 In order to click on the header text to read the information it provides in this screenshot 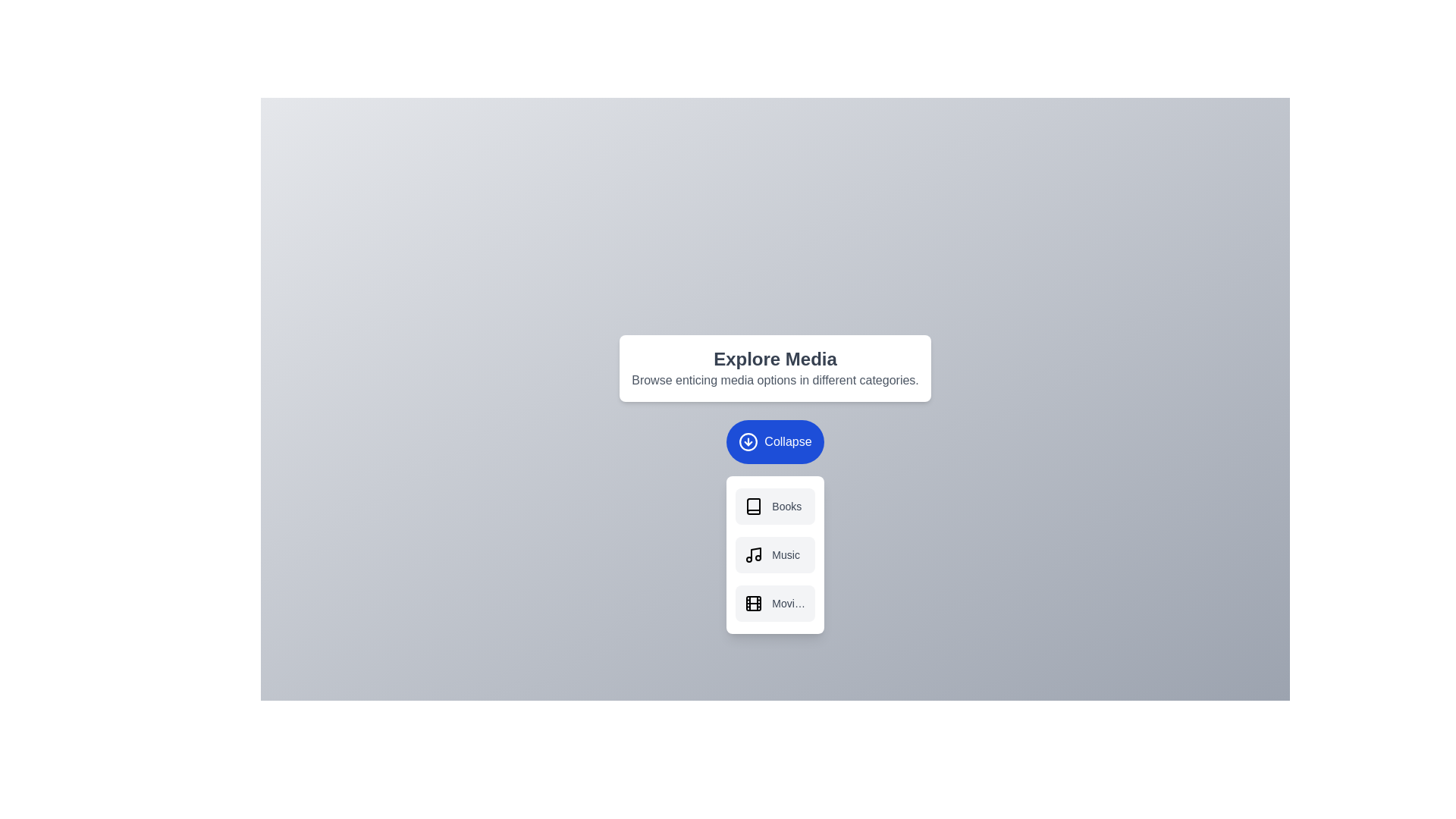, I will do `click(775, 359)`.